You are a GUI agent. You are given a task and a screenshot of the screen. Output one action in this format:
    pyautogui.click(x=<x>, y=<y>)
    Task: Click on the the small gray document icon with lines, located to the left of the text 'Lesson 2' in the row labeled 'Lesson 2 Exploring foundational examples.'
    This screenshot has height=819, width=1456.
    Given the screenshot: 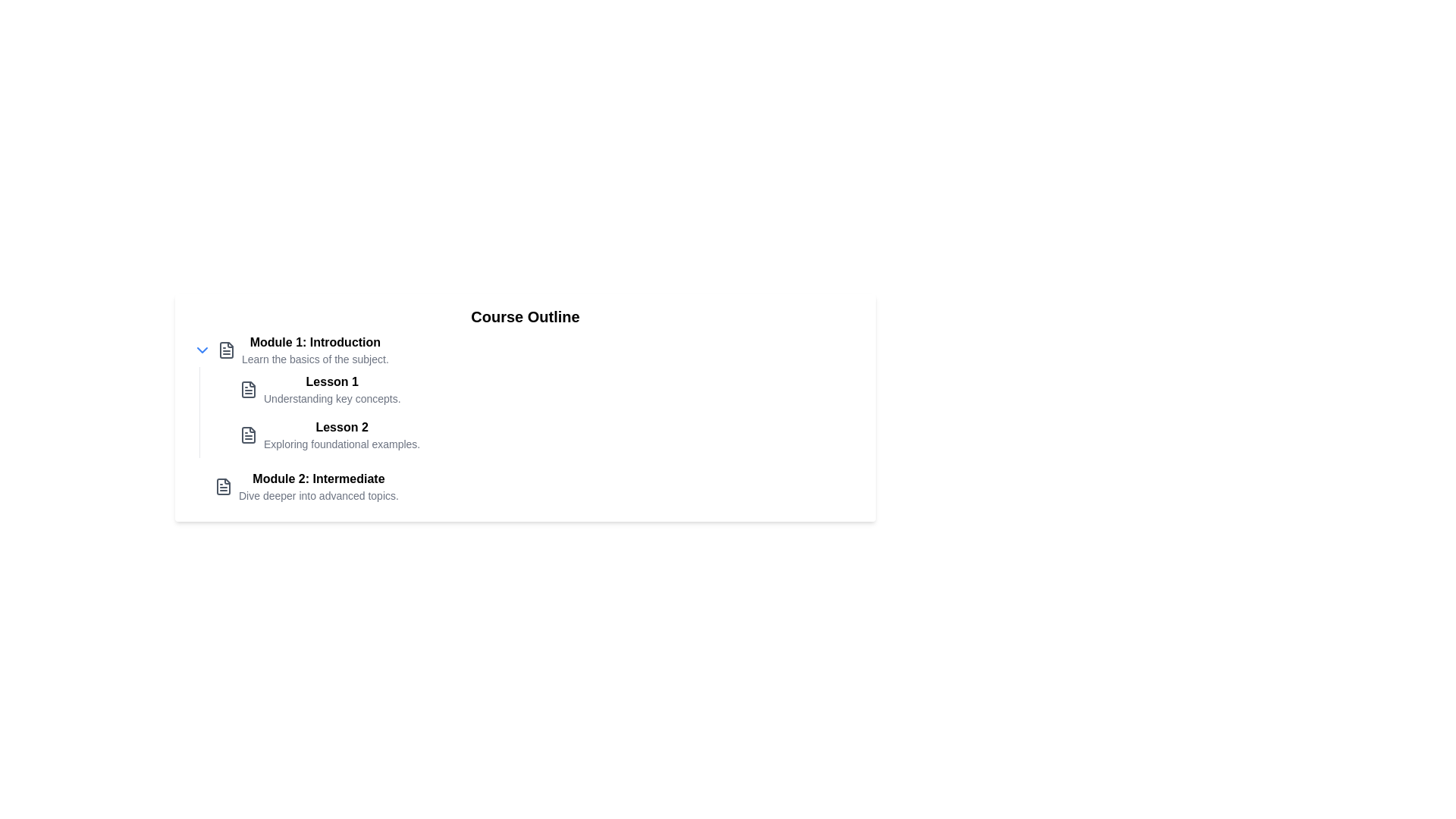 What is the action you would take?
    pyautogui.click(x=248, y=435)
    